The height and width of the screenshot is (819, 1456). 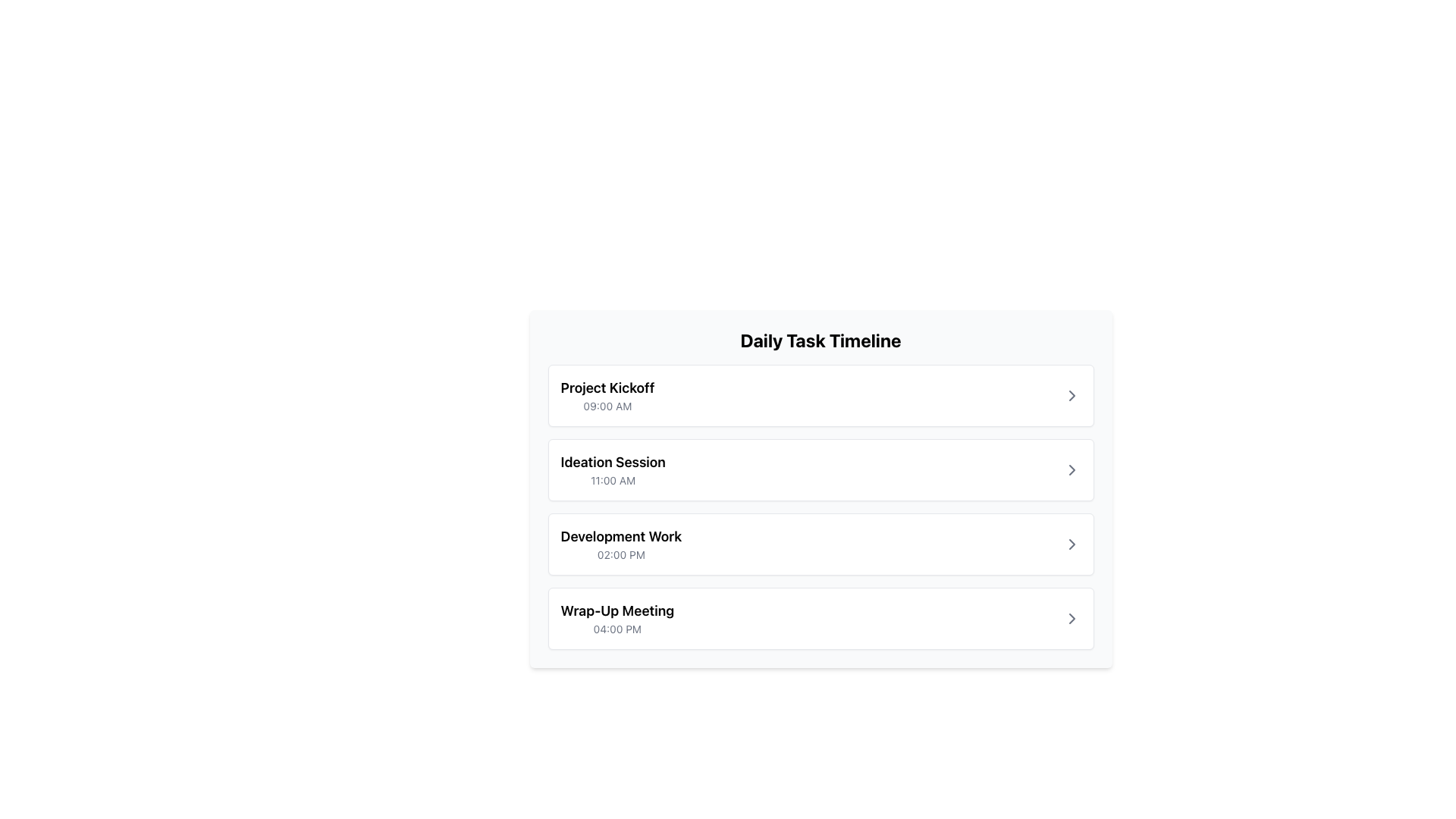 I want to click on the third item, so click(x=820, y=507).